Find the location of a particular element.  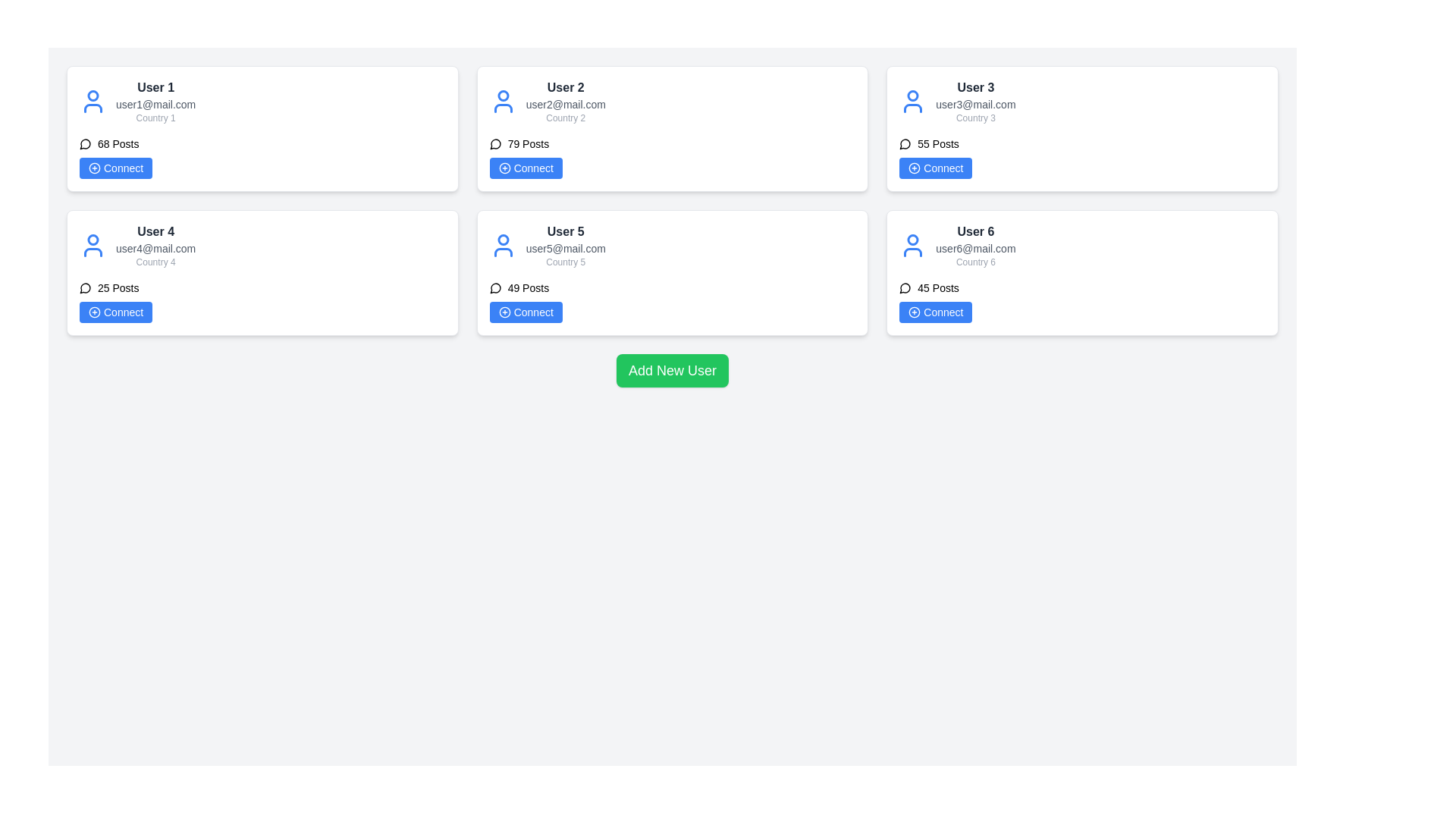

the circular shape representing the user profile icon for User 4 located in the top-left section of the card is located at coordinates (93, 239).